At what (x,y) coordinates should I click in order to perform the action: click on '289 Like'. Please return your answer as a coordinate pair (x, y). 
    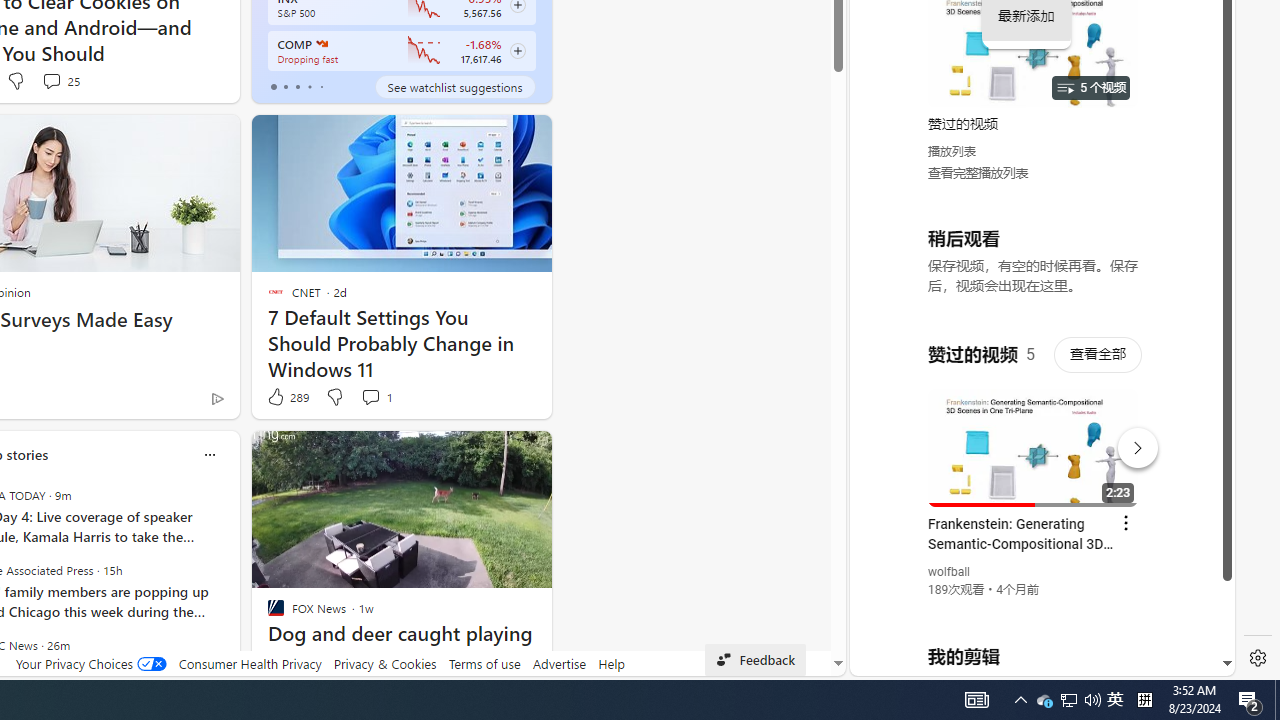
    Looking at the image, I should click on (286, 397).